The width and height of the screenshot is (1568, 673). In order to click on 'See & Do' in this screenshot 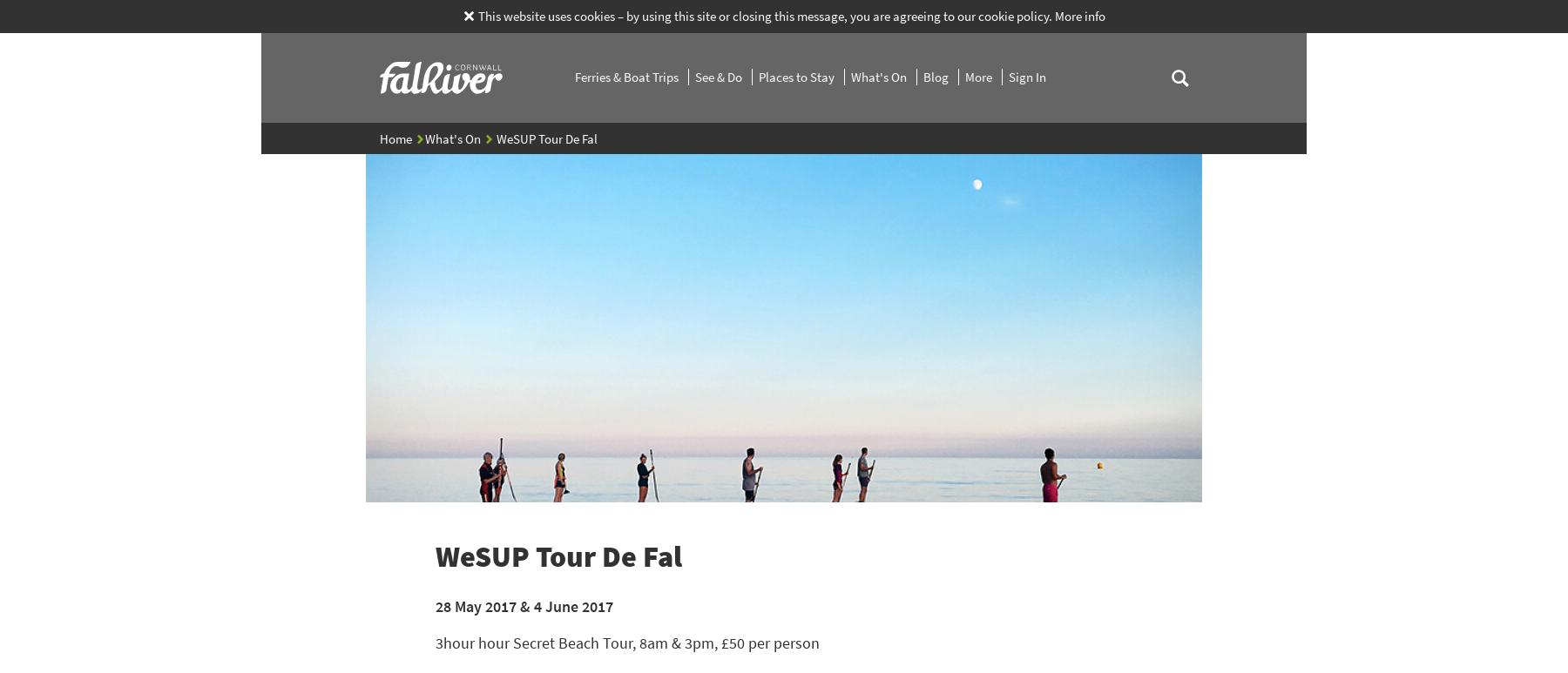, I will do `click(720, 76)`.